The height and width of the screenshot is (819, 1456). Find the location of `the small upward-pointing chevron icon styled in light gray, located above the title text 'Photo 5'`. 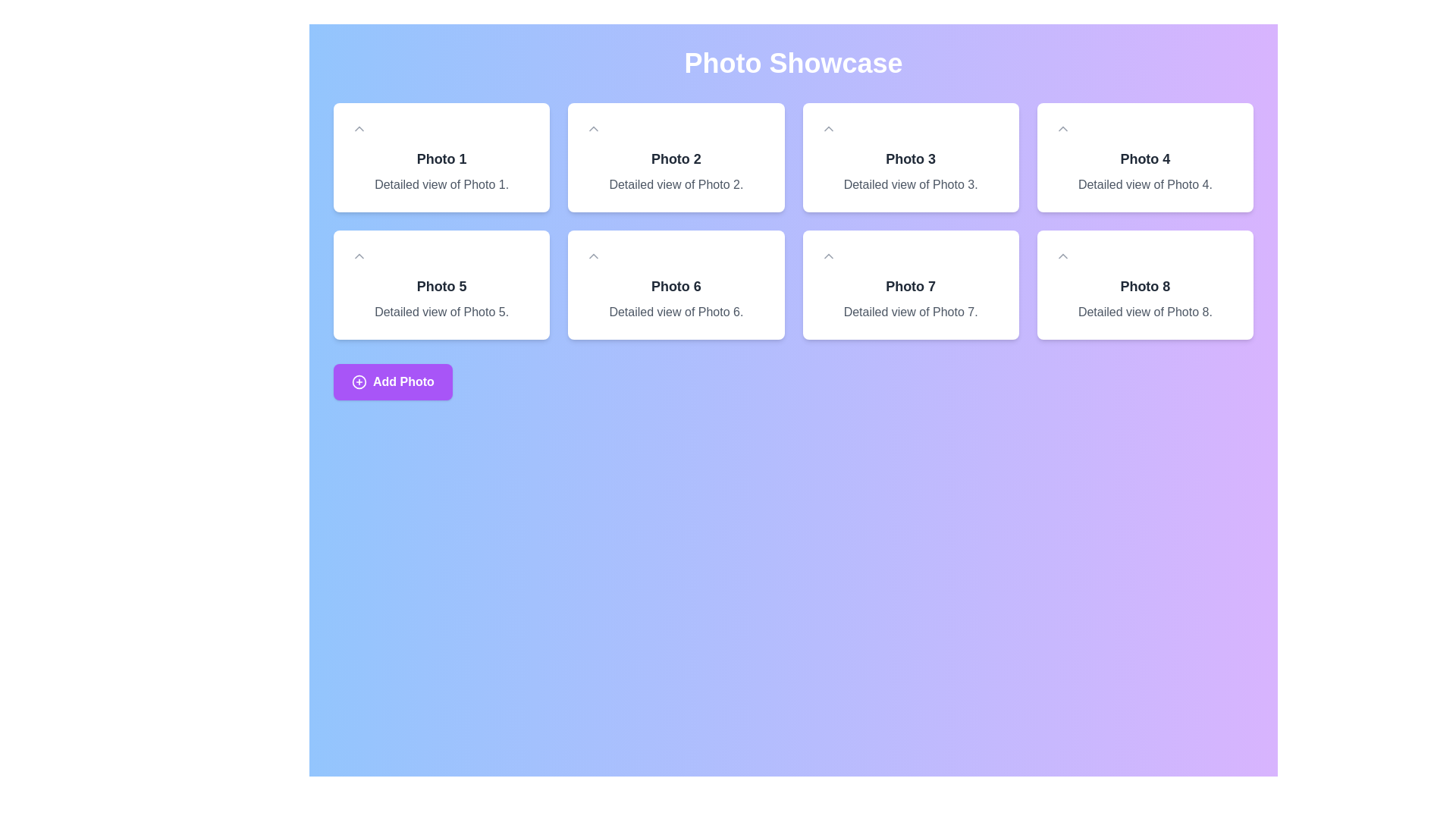

the small upward-pointing chevron icon styled in light gray, located above the title text 'Photo 5' is located at coordinates (359, 256).